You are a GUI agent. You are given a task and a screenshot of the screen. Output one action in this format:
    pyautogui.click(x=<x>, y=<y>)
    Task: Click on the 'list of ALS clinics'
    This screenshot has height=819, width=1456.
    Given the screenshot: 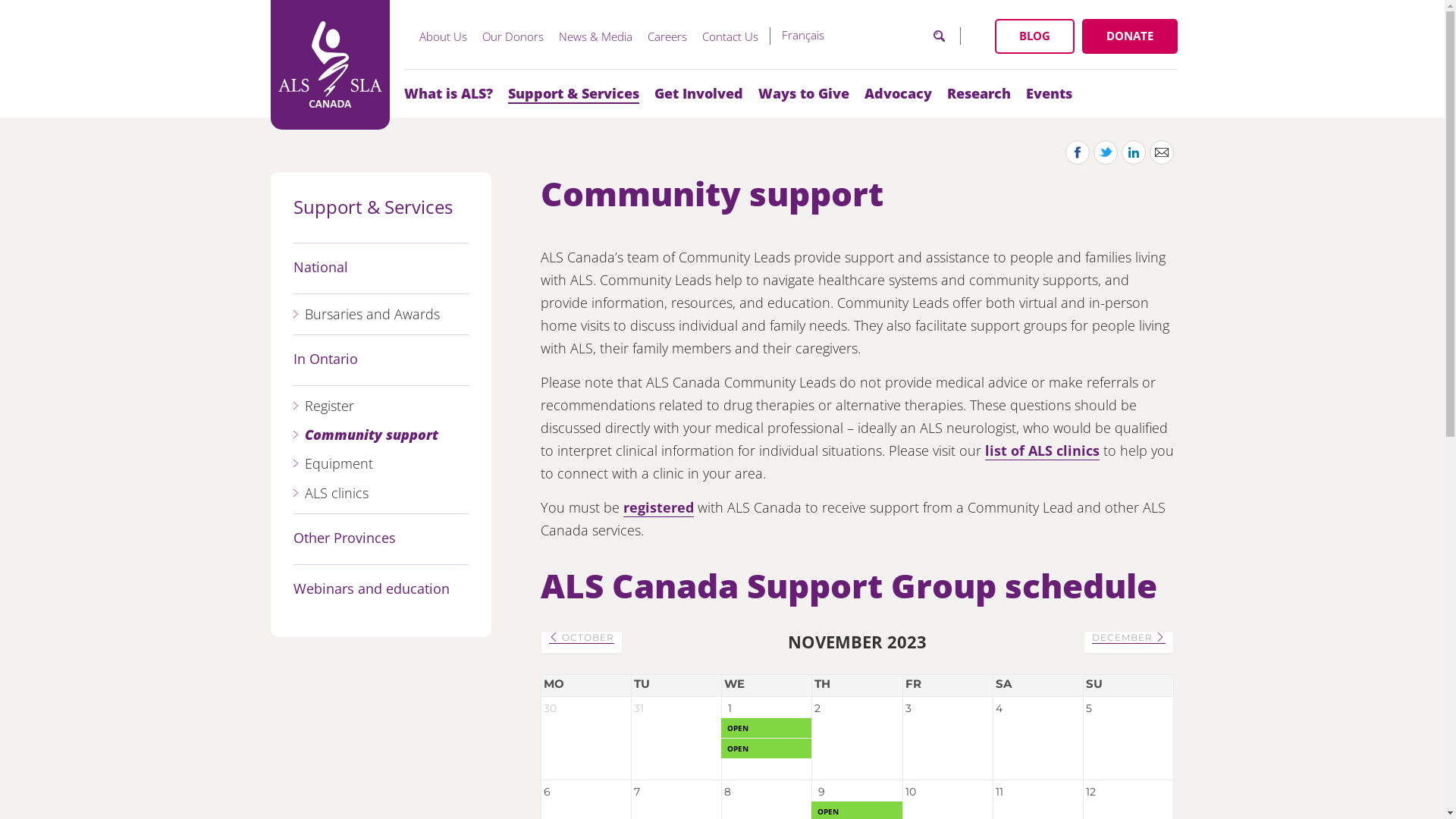 What is the action you would take?
    pyautogui.click(x=1040, y=450)
    